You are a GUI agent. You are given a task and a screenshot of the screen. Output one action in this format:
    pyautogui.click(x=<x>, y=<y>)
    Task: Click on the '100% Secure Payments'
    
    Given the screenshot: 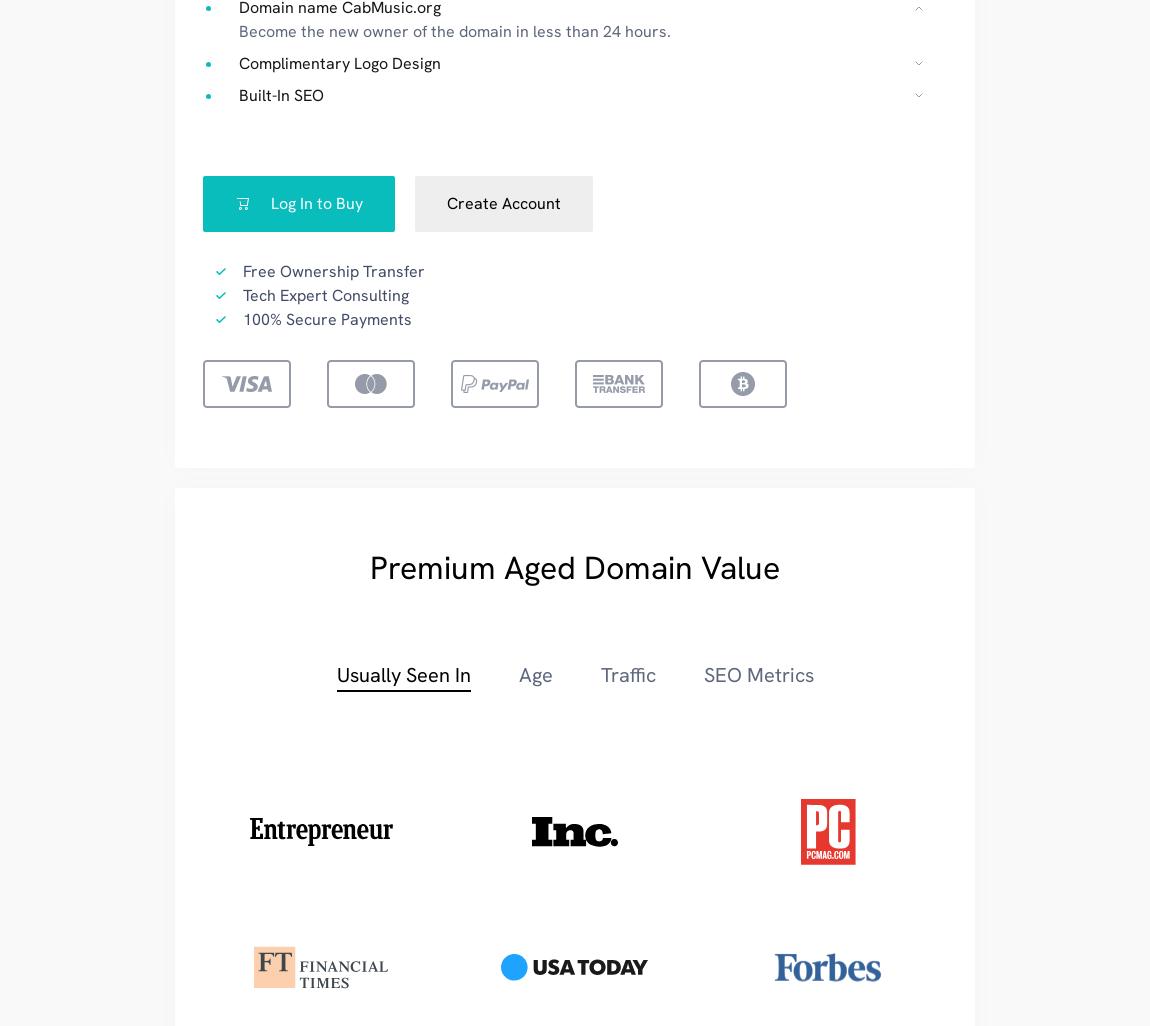 What is the action you would take?
    pyautogui.click(x=327, y=319)
    